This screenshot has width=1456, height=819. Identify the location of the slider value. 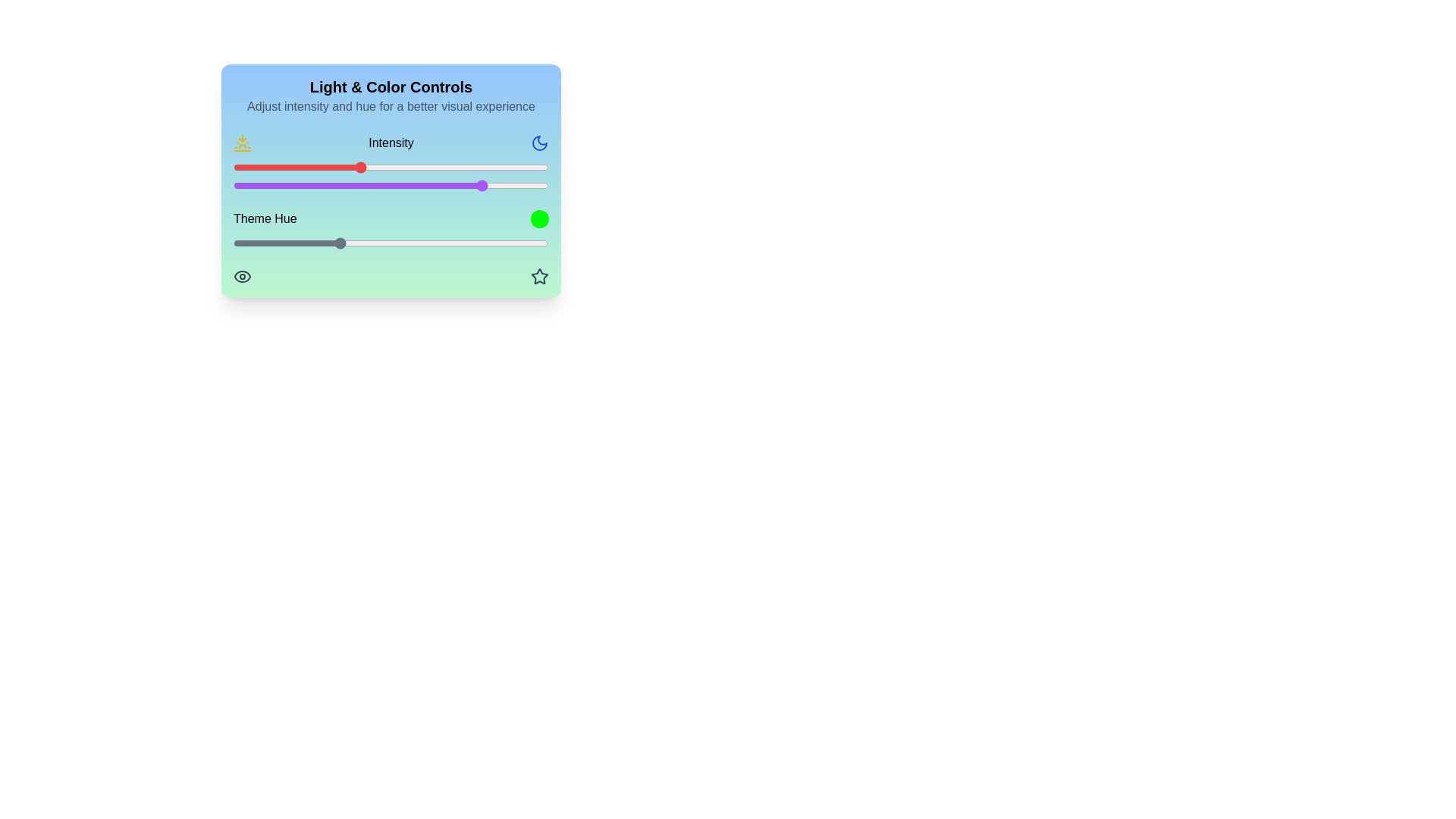
(372, 242).